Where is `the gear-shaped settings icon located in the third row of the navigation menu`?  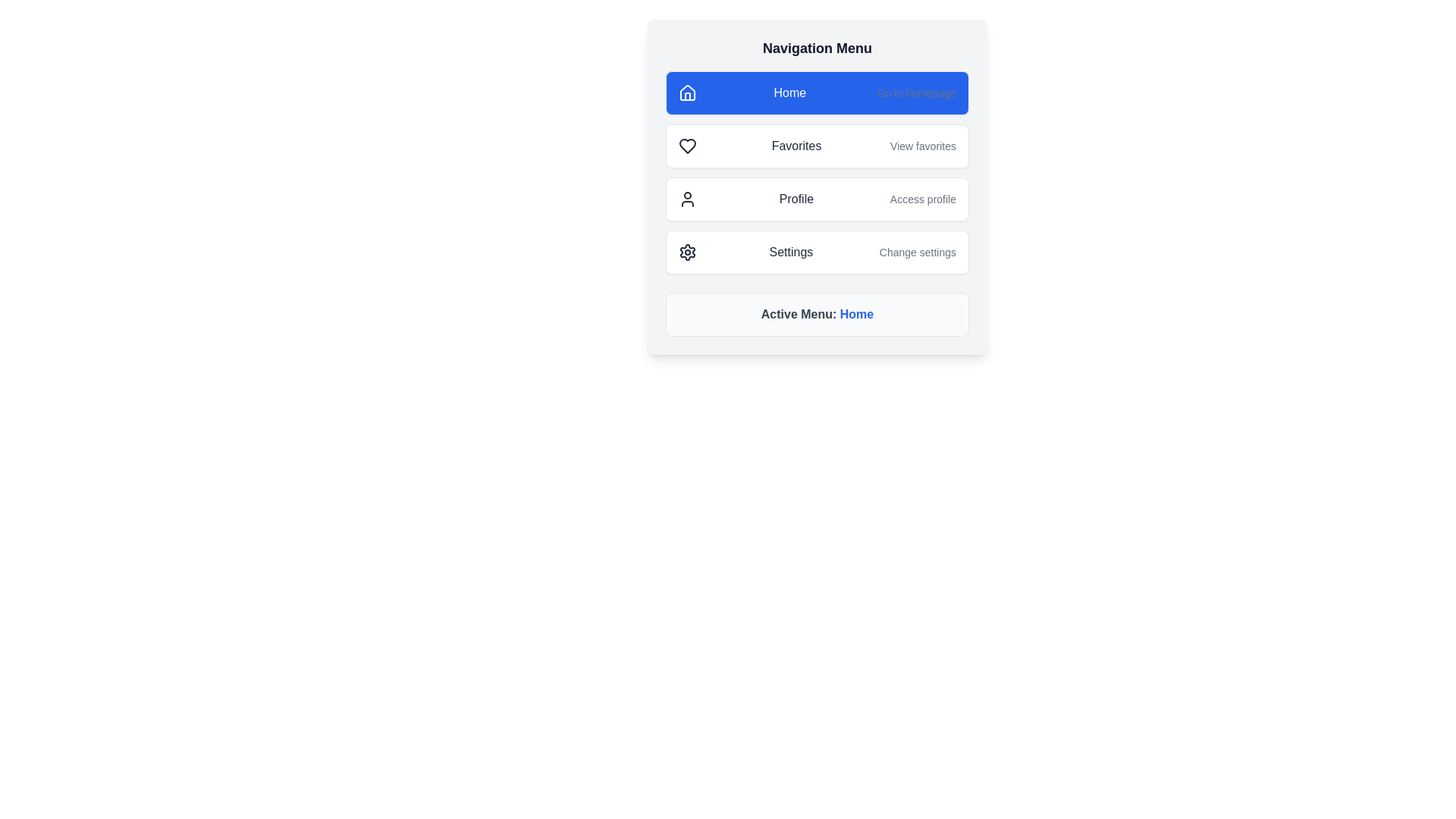
the gear-shaped settings icon located in the third row of the navigation menu is located at coordinates (687, 251).